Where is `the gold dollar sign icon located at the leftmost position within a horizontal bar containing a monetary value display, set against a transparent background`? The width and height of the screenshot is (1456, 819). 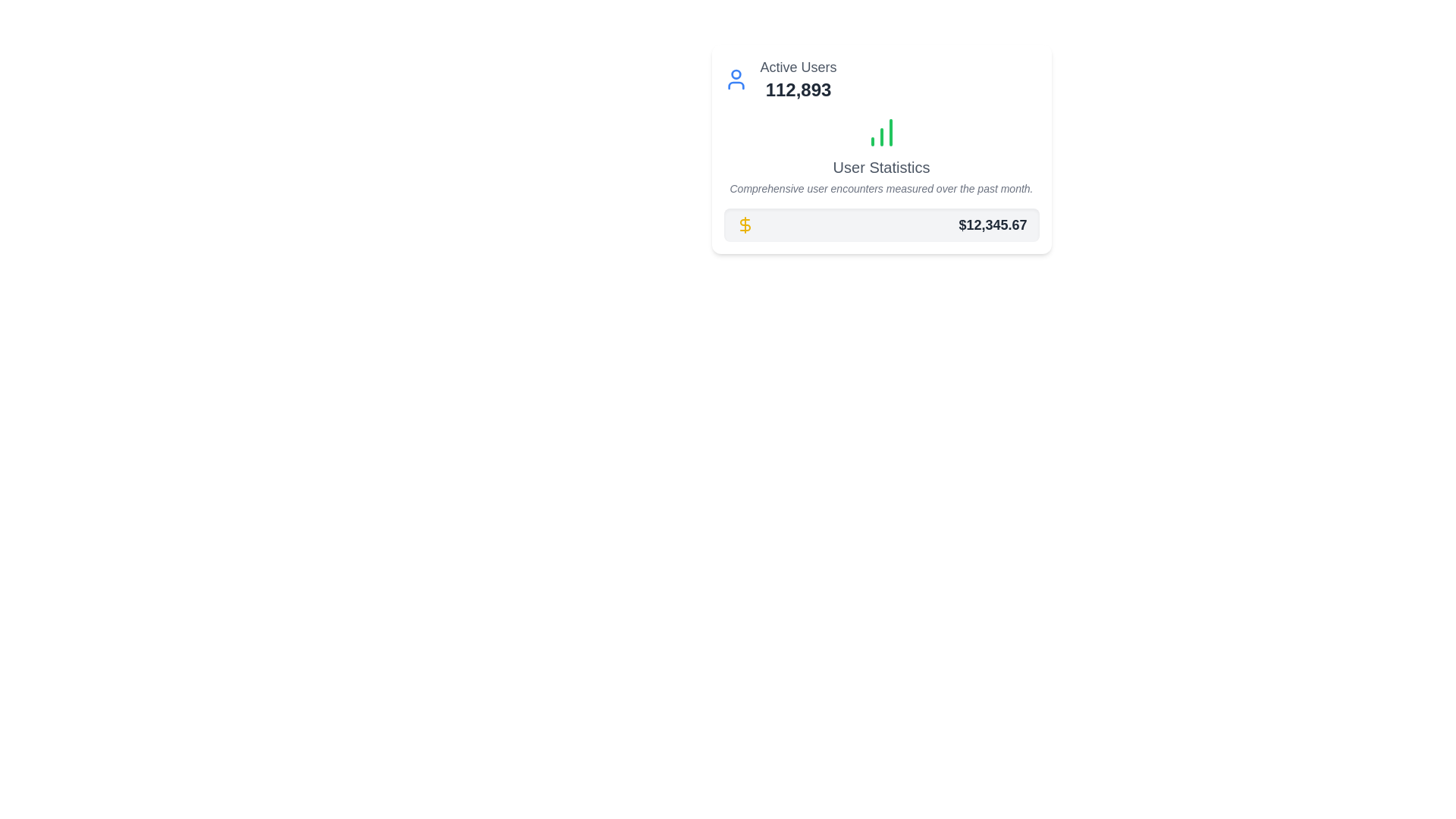
the gold dollar sign icon located at the leftmost position within a horizontal bar containing a monetary value display, set against a transparent background is located at coordinates (745, 225).